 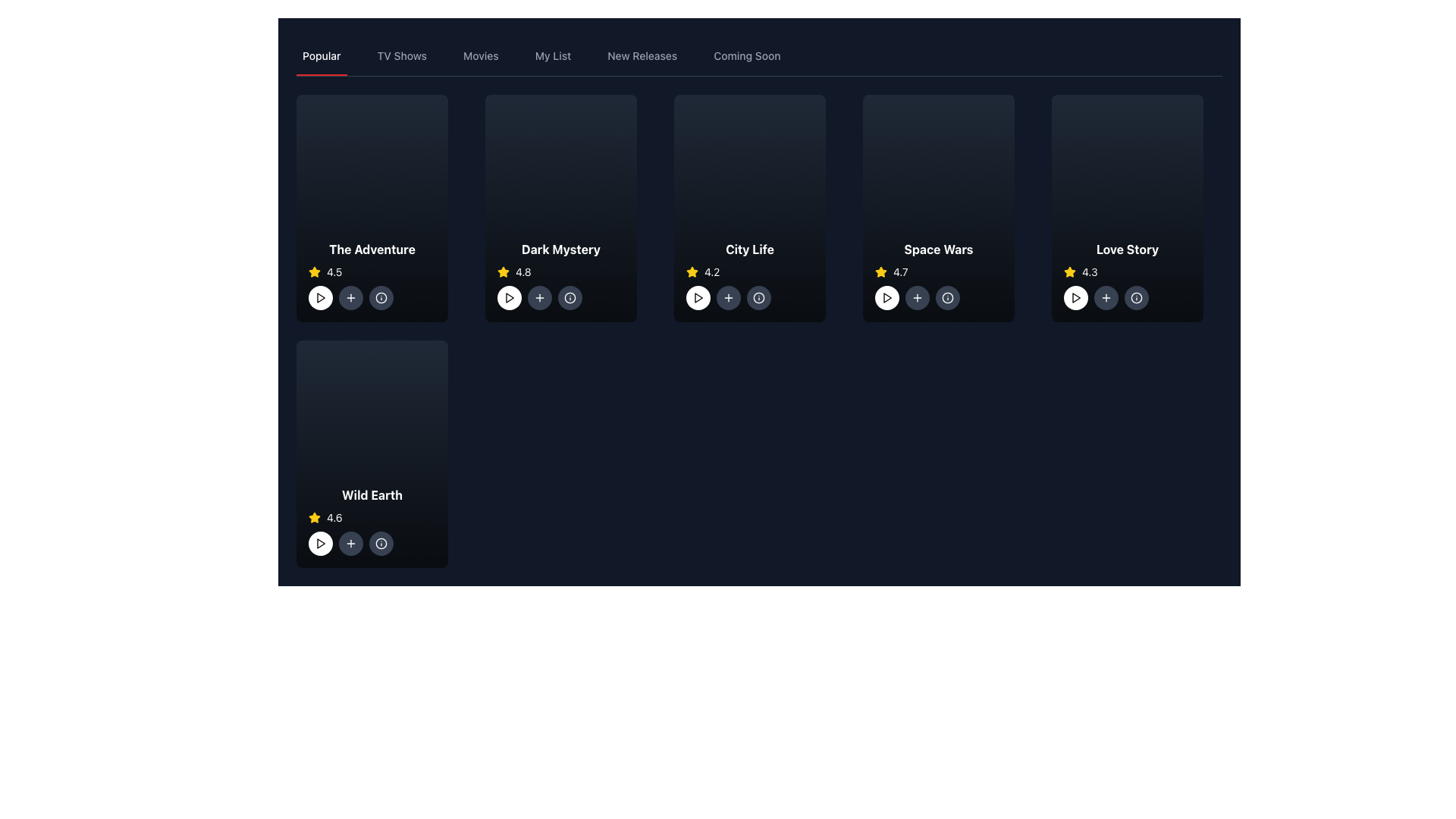 What do you see at coordinates (381, 543) in the screenshot?
I see `the informational button located at the bottom-right sector of the 'Wild Earth' card, next` at bounding box center [381, 543].